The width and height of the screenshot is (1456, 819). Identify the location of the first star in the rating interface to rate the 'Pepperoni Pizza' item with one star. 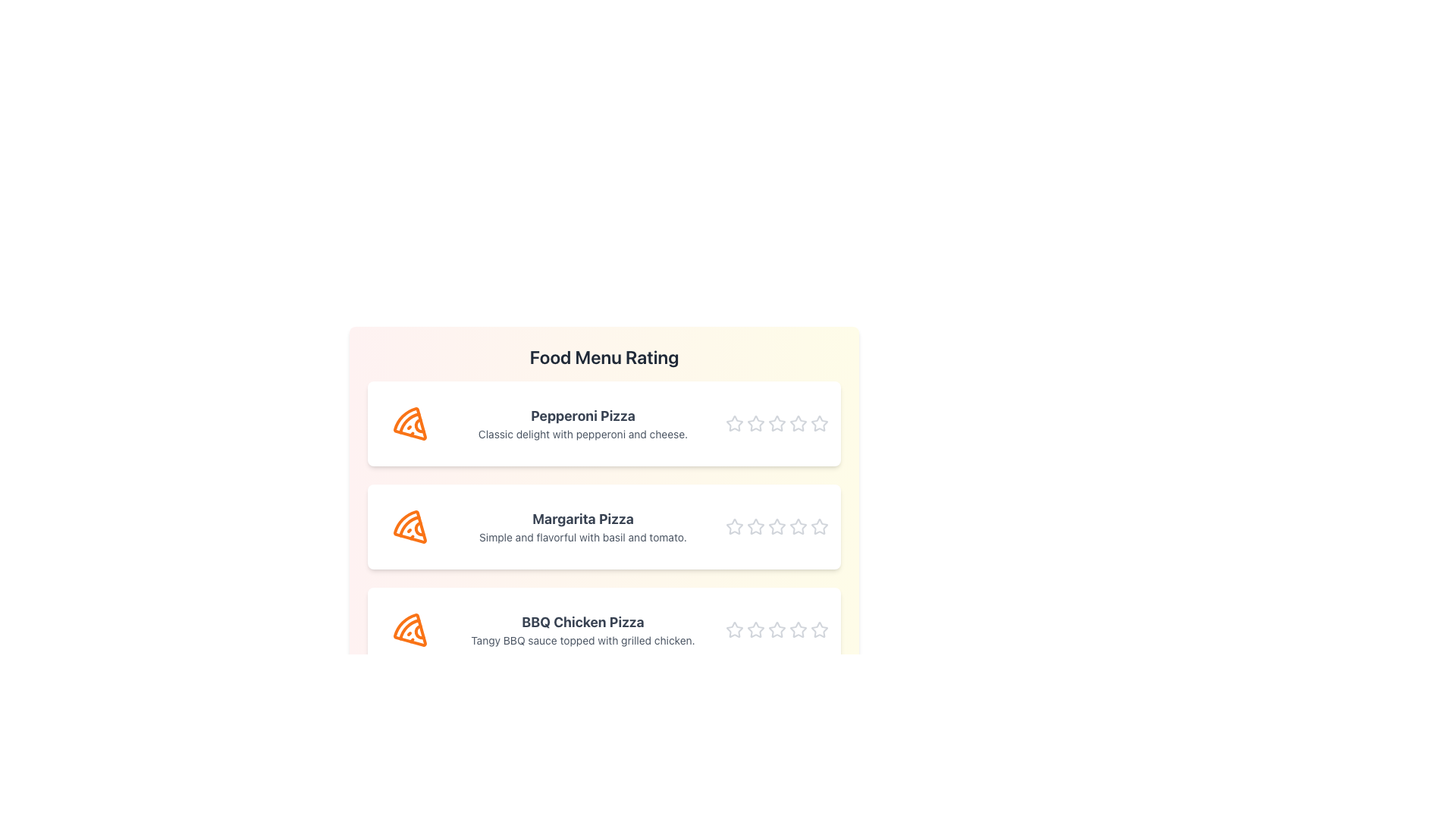
(735, 423).